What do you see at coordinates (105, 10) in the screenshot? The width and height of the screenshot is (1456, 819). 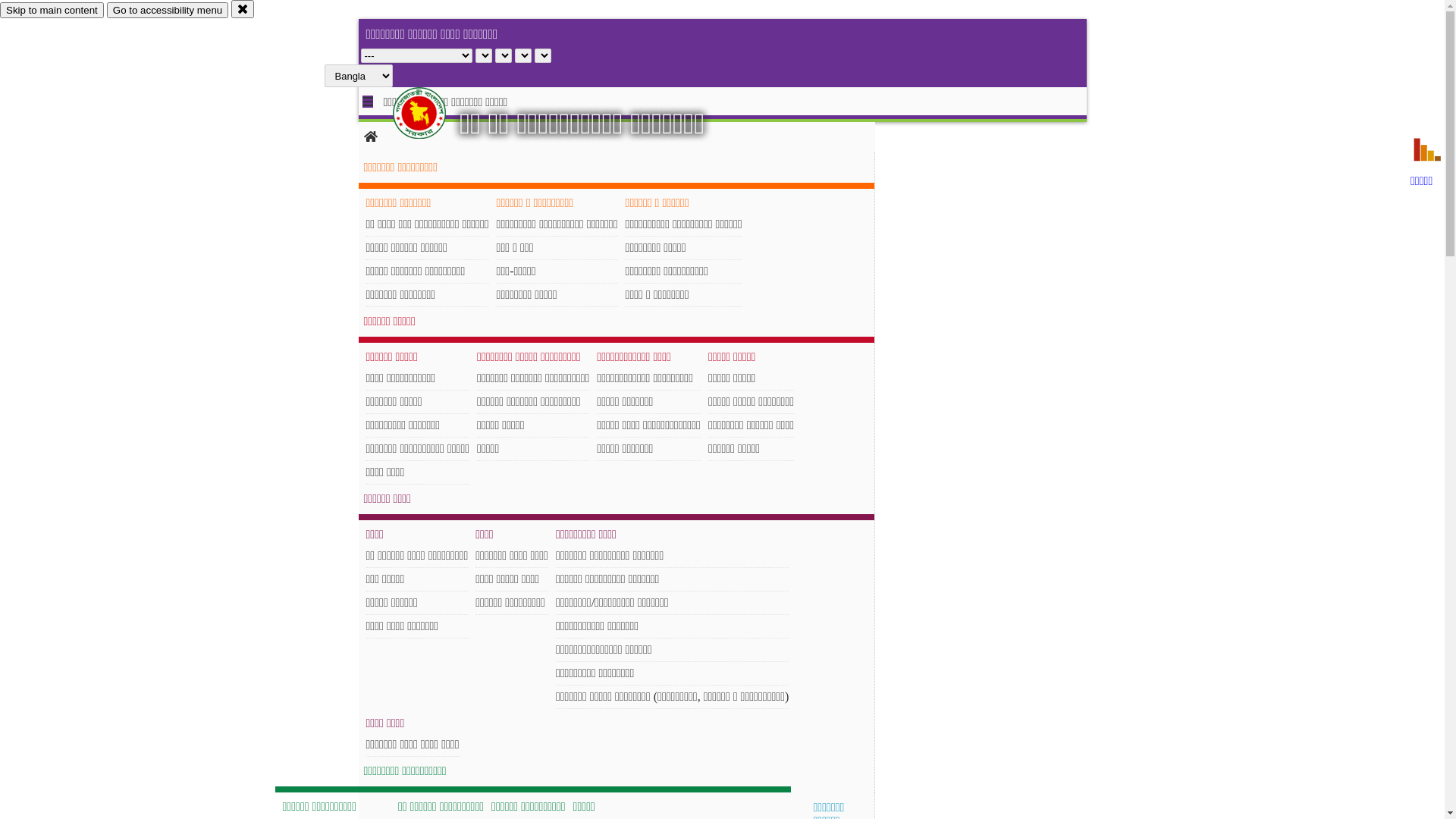 I see `'Go to accessibility menu'` at bounding box center [105, 10].